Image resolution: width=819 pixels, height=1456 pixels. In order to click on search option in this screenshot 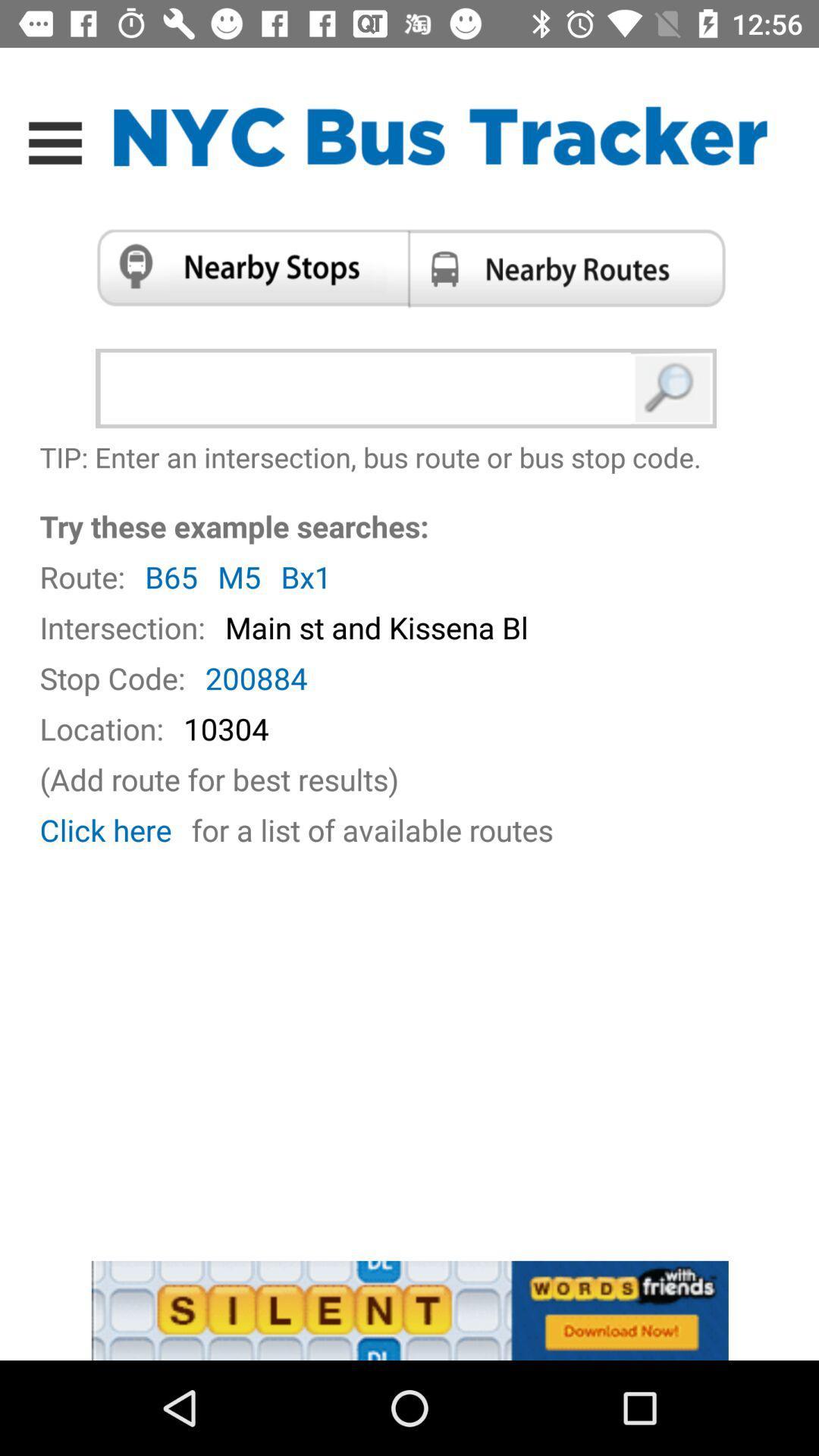, I will do `click(673, 388)`.